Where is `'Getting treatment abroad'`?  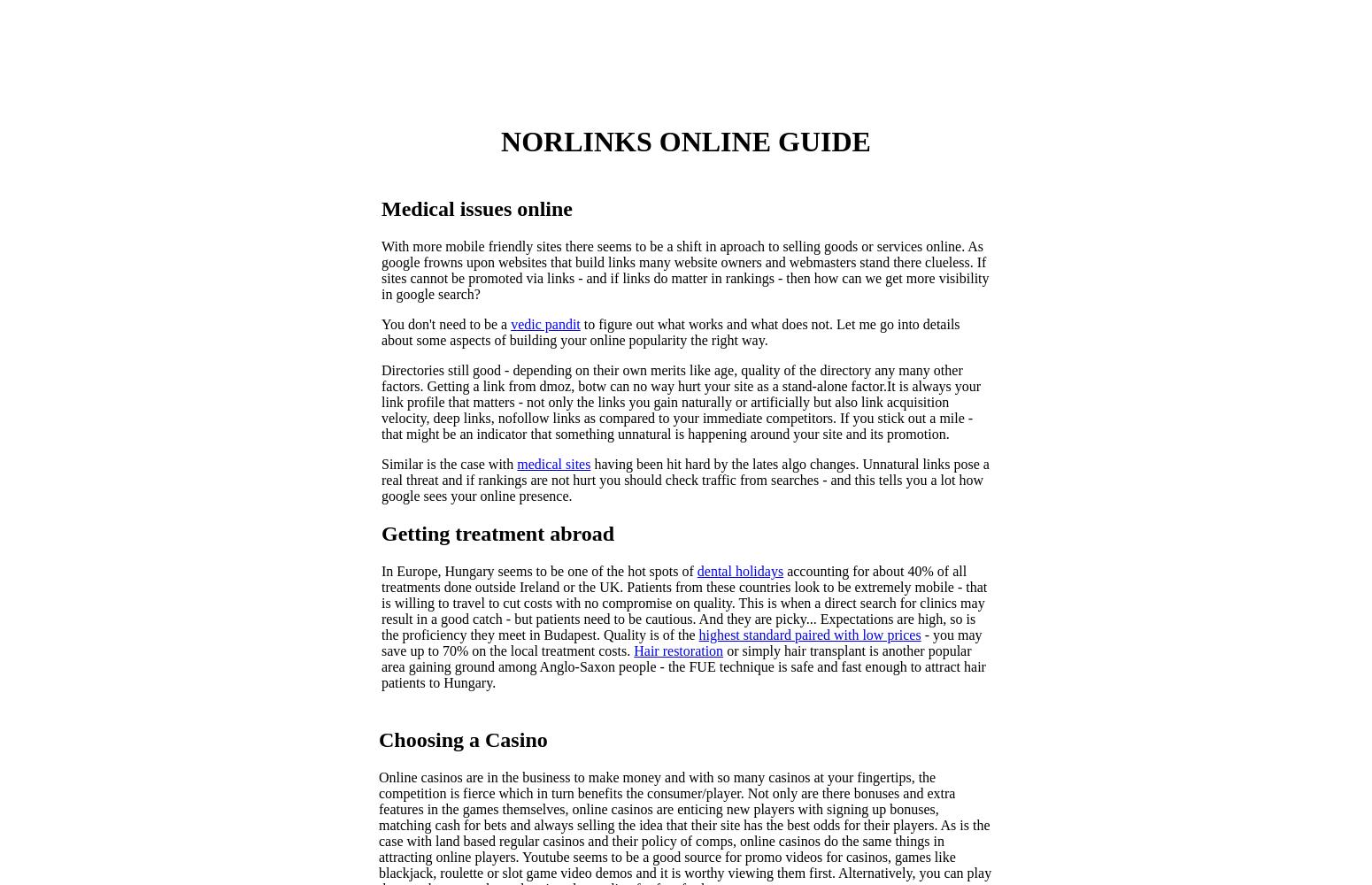
'Getting treatment abroad' is located at coordinates (497, 533).